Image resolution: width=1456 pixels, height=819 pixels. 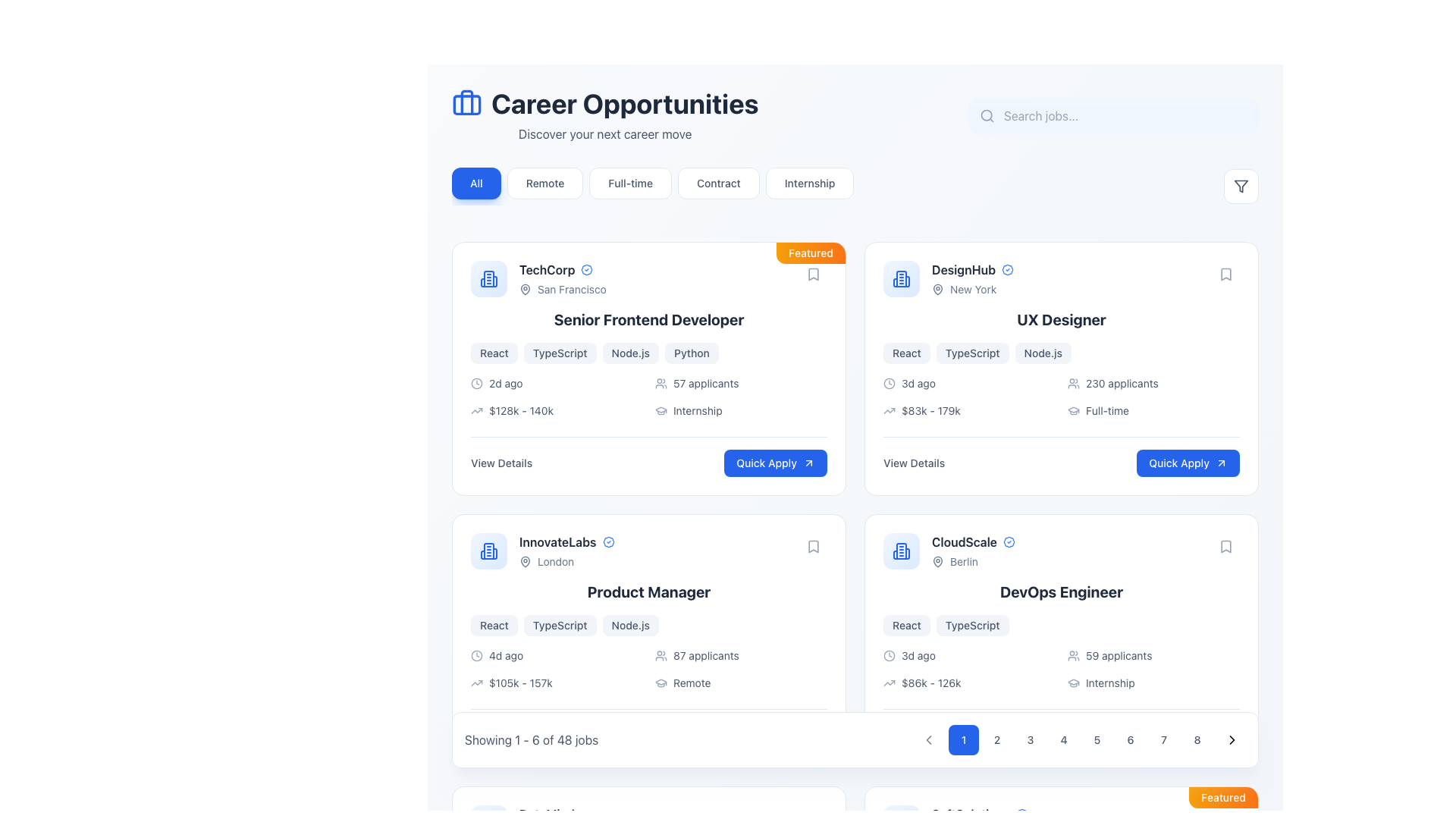 I want to click on the Information Display Panel displaying the company name 'CloudScale' with a verified badge, located at the top of the job card for 'DevOps Engineer', so click(x=1061, y=551).